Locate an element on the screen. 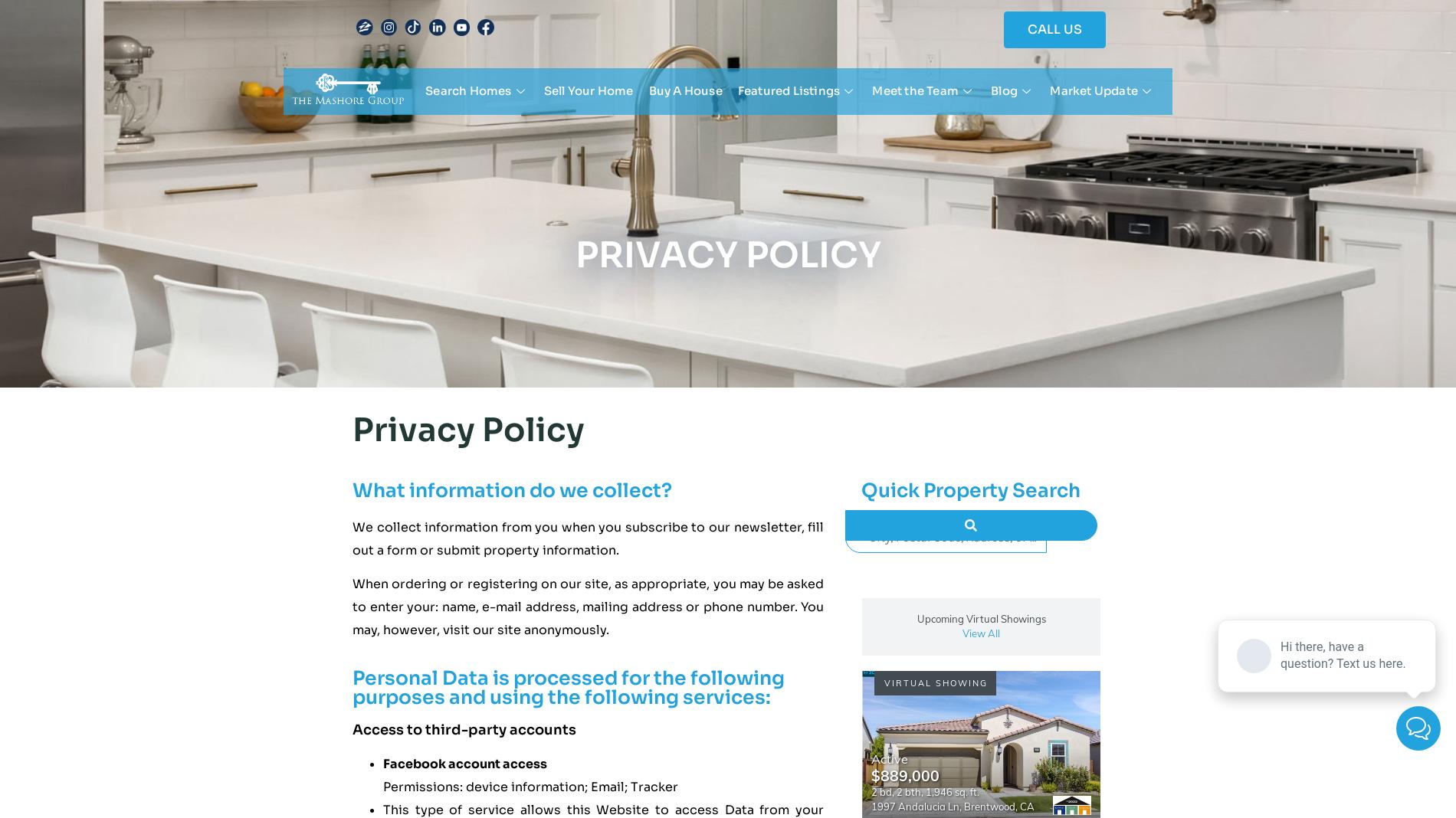 The height and width of the screenshot is (818, 1456). 'What information do we collect?' is located at coordinates (351, 489).